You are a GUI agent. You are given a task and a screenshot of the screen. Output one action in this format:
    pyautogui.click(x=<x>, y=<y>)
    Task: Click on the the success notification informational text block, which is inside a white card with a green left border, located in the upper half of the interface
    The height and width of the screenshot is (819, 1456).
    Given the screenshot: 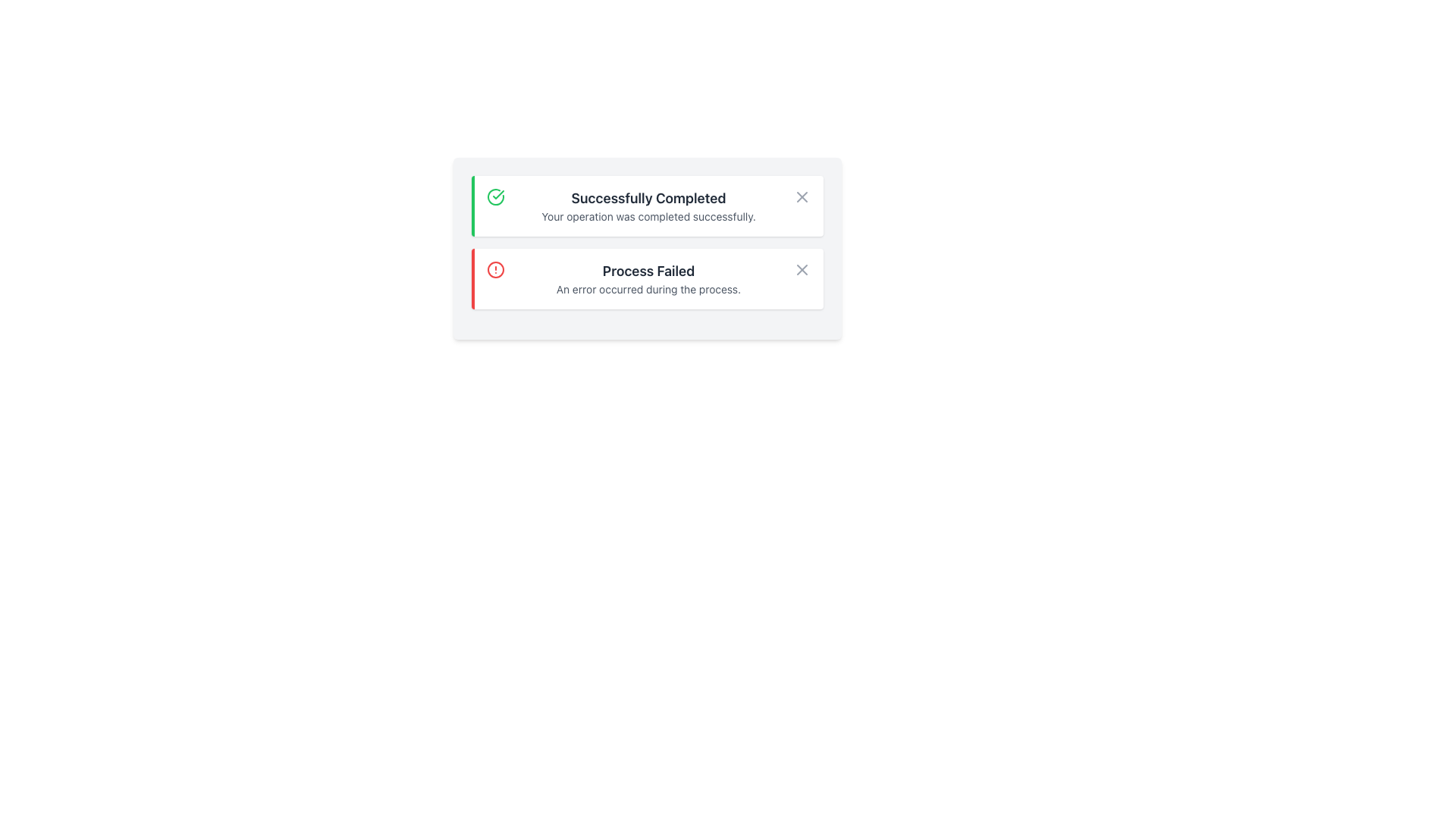 What is the action you would take?
    pyautogui.click(x=648, y=206)
    